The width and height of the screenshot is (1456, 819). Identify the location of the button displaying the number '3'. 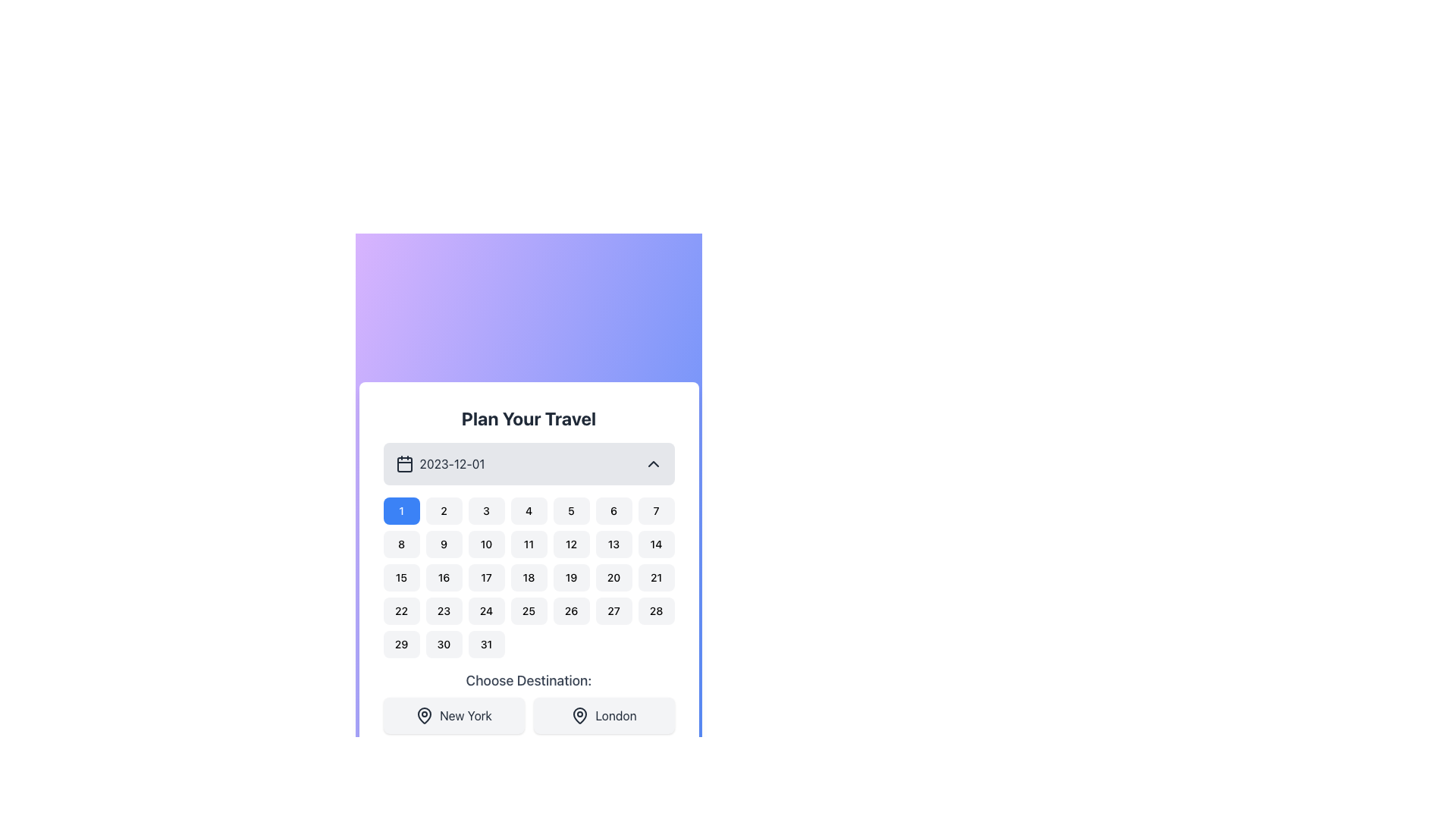
(486, 511).